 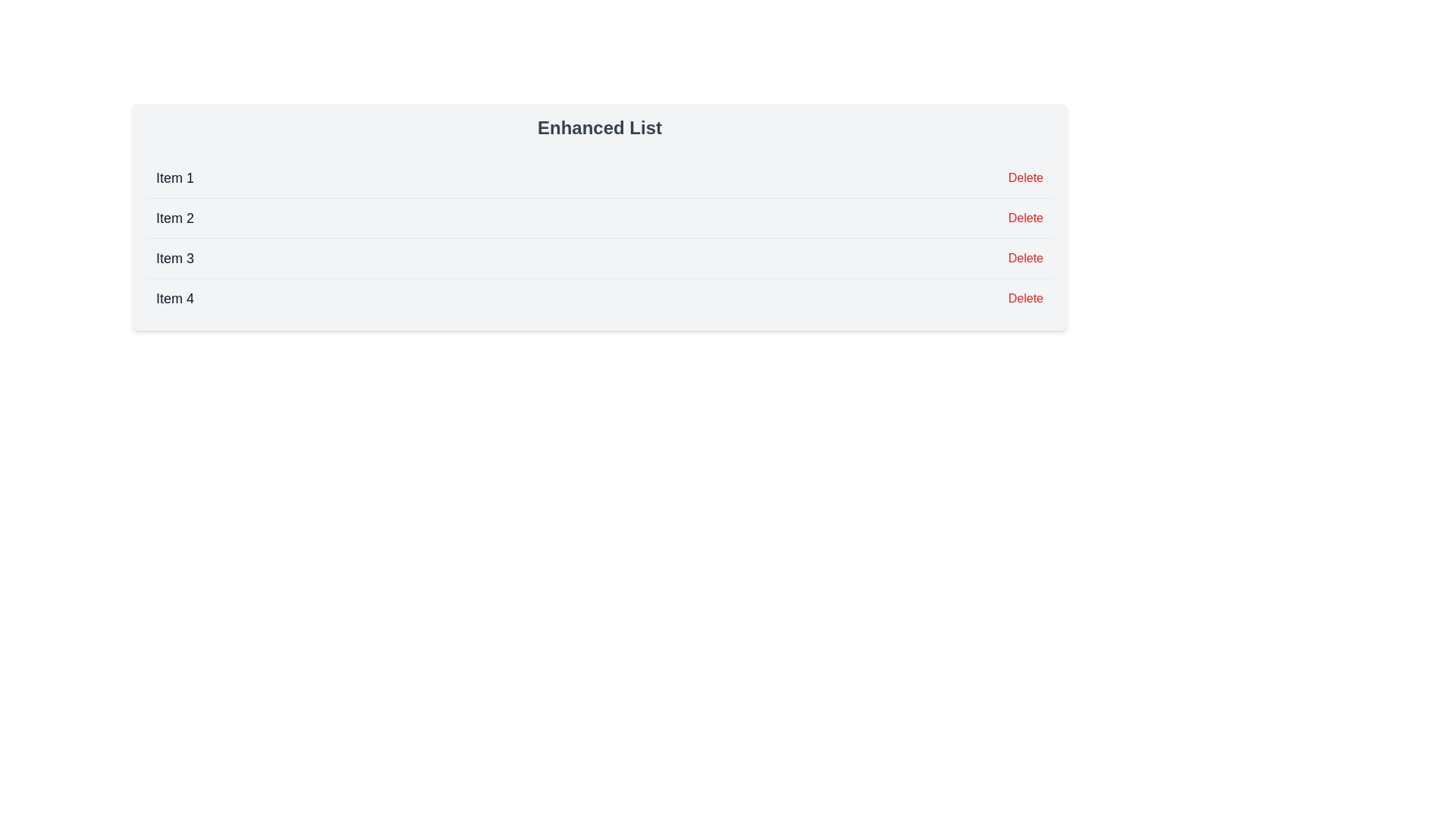 I want to click on the 'Item 4' text label, which is displayed in bold font within the 'Enhanced List' structure, located before the 'Delete' button, so click(x=174, y=298).